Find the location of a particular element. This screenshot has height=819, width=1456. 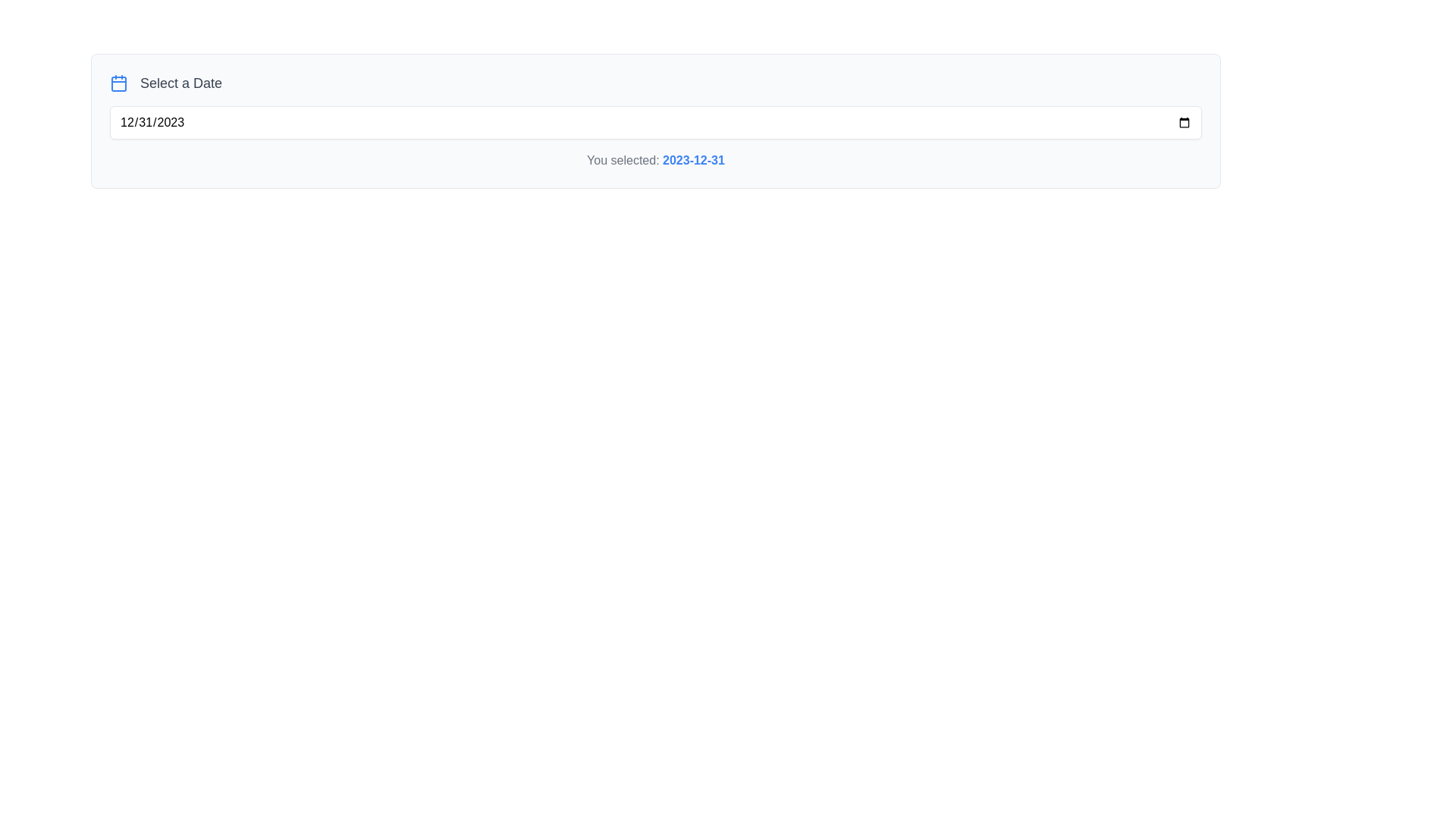

the static text display that shows the selected date, located to the right of 'You selected:' is located at coordinates (692, 160).